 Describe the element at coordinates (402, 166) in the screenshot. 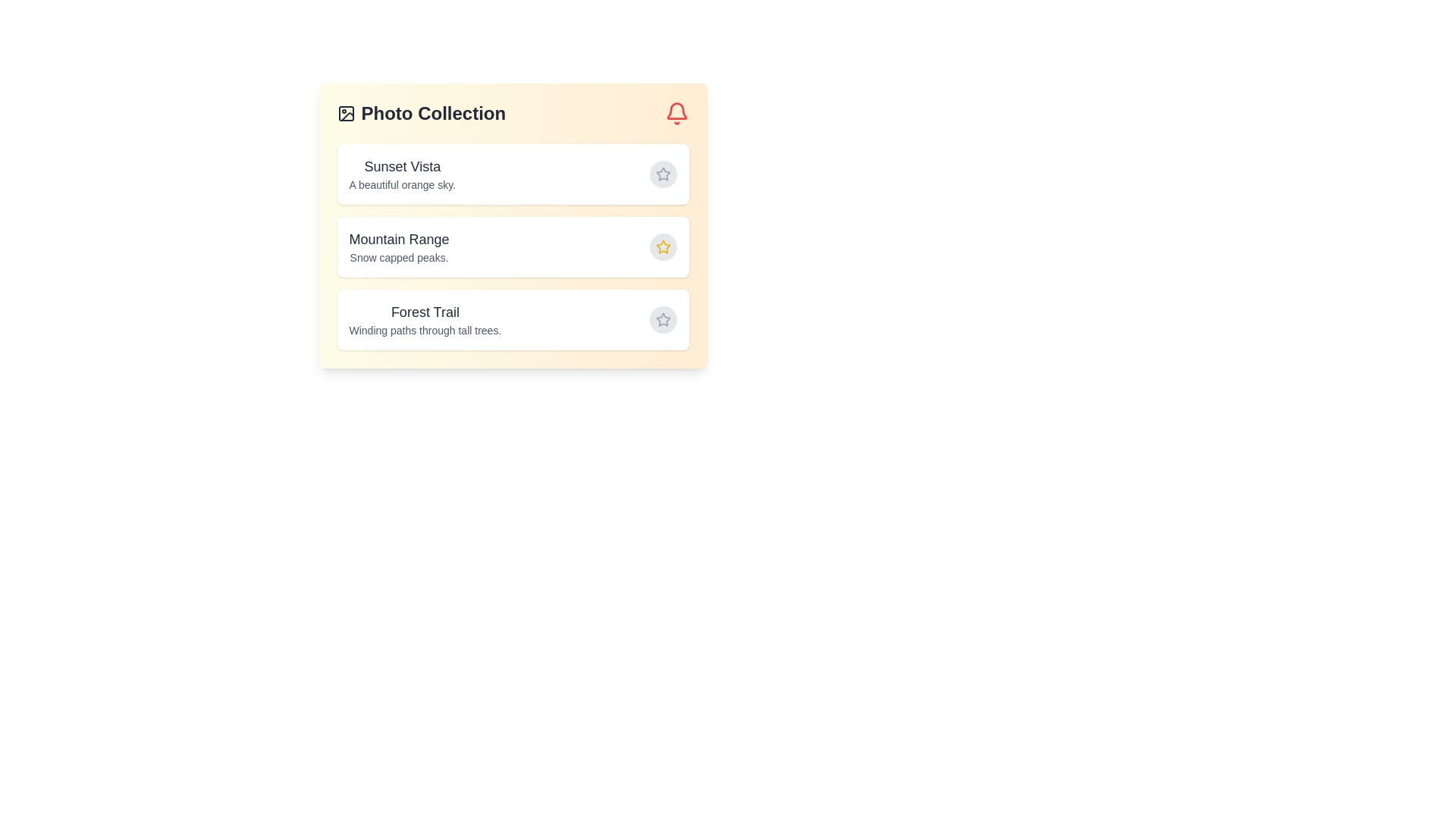

I see `the title of Sunset Vista for selection or copying` at that location.